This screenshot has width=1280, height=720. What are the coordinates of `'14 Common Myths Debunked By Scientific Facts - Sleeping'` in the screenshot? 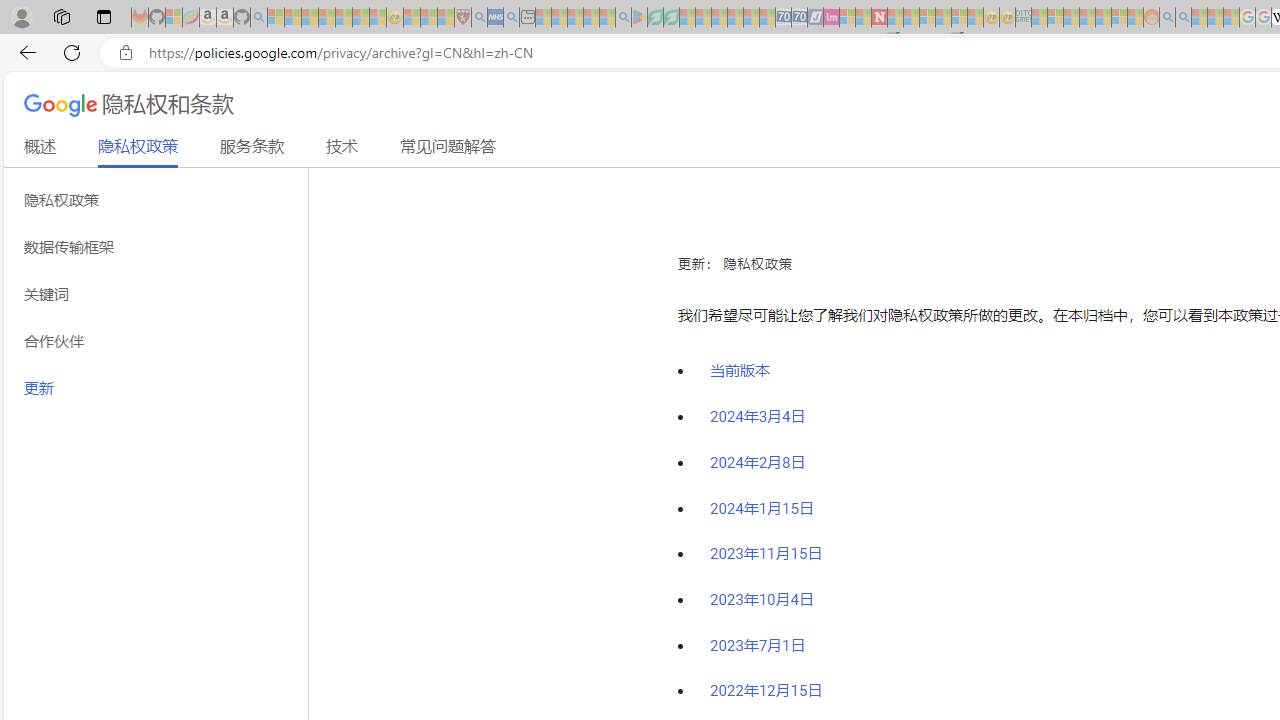 It's located at (910, 17).